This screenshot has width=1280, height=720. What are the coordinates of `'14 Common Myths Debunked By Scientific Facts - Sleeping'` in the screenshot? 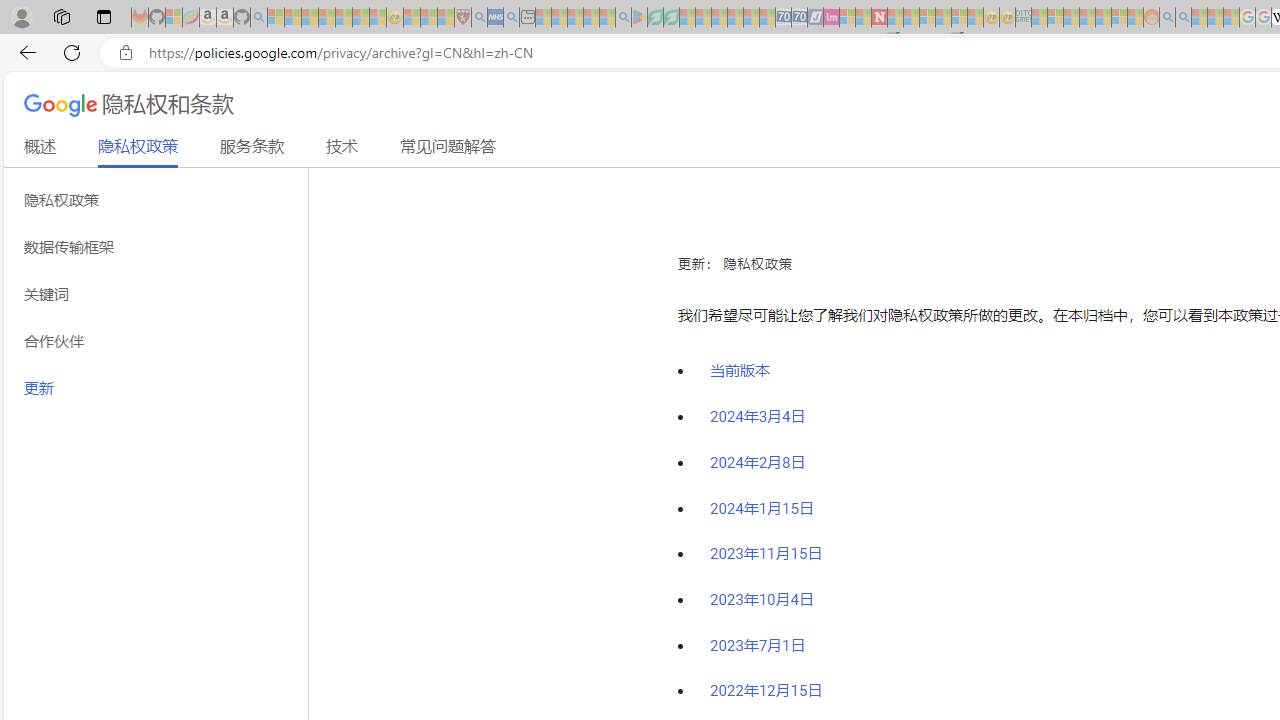 It's located at (910, 17).